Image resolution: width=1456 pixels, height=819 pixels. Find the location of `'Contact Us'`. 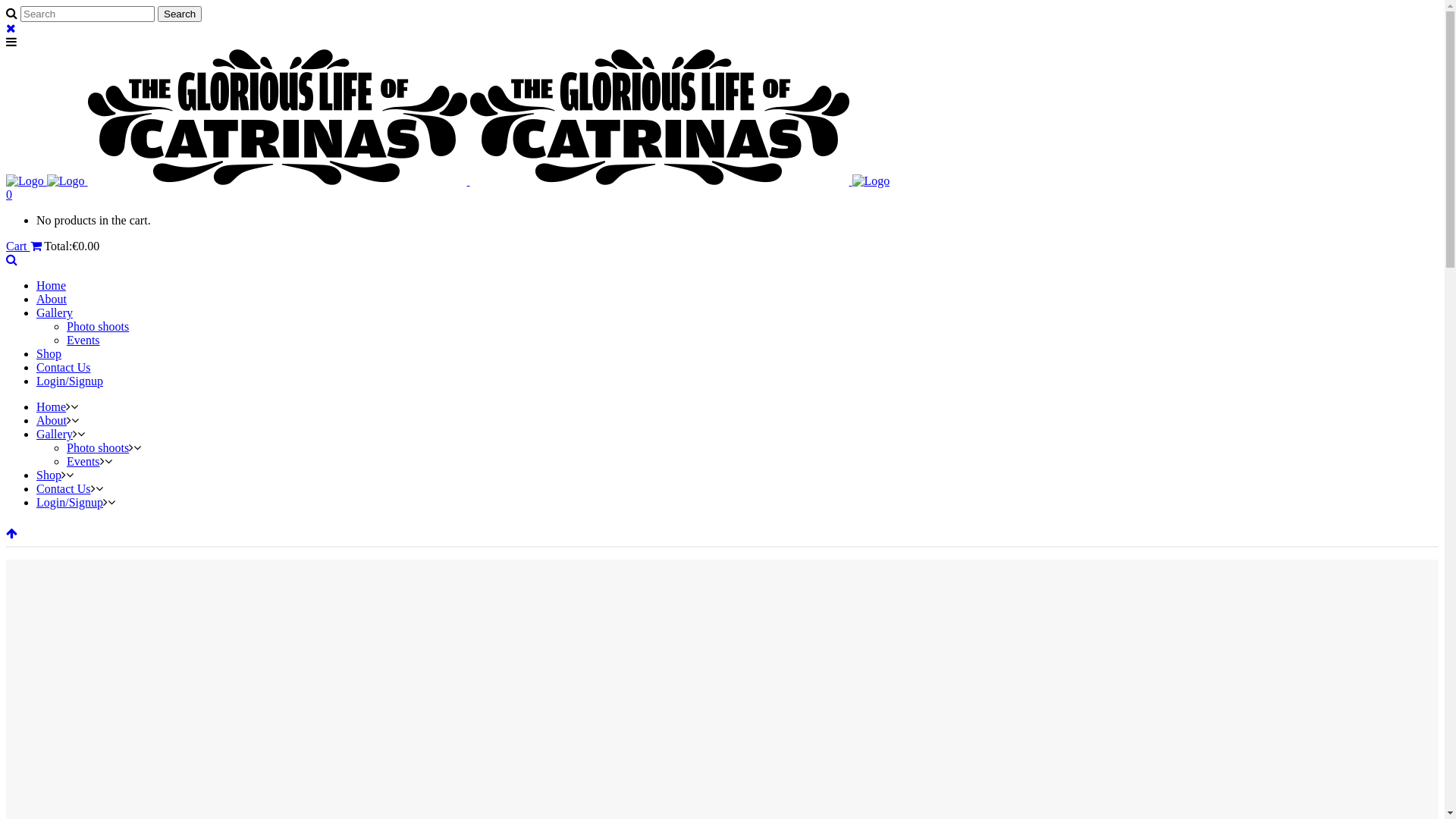

'Contact Us' is located at coordinates (62, 488).